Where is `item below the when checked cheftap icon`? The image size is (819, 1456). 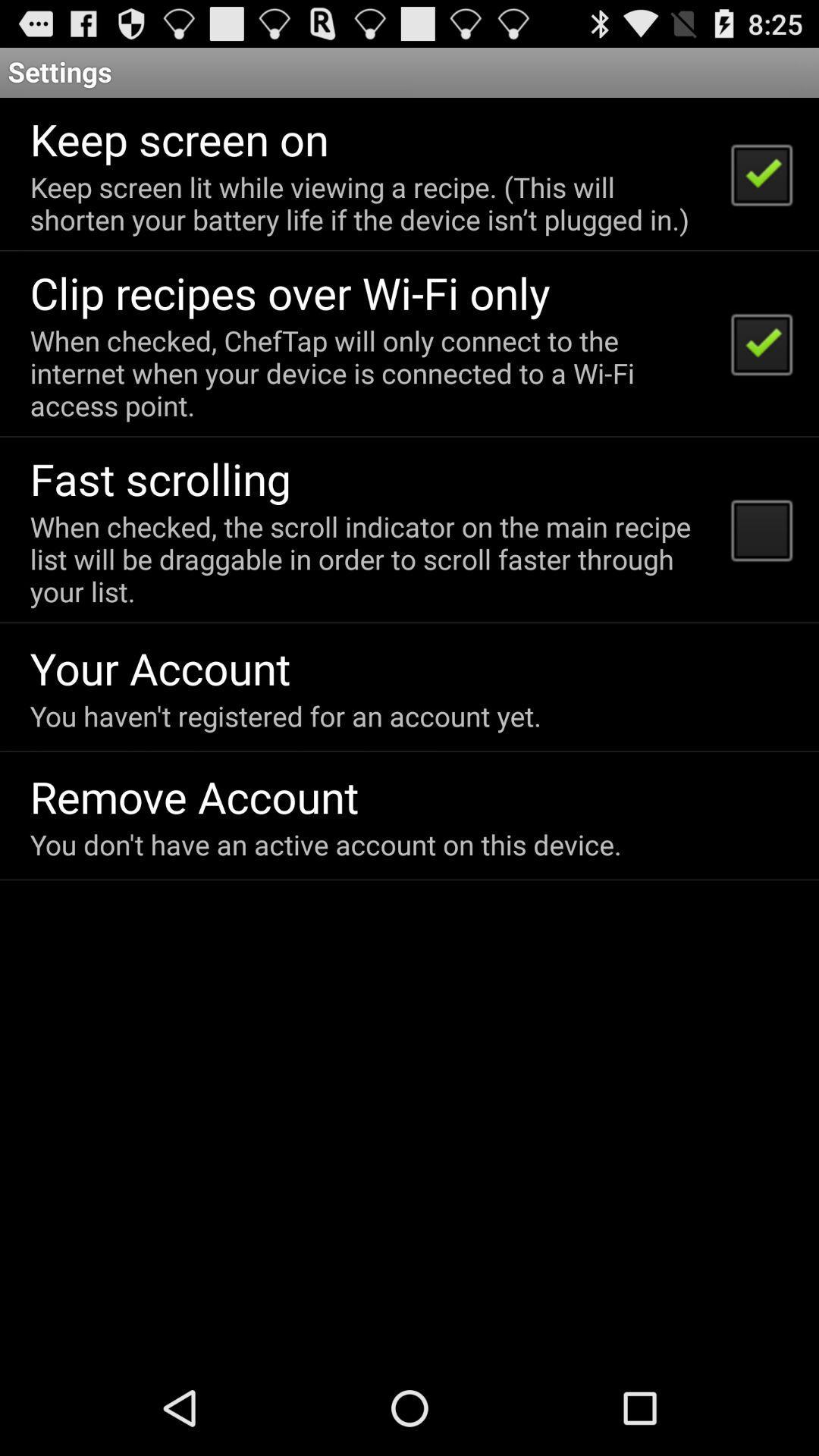
item below the when checked cheftap icon is located at coordinates (160, 478).